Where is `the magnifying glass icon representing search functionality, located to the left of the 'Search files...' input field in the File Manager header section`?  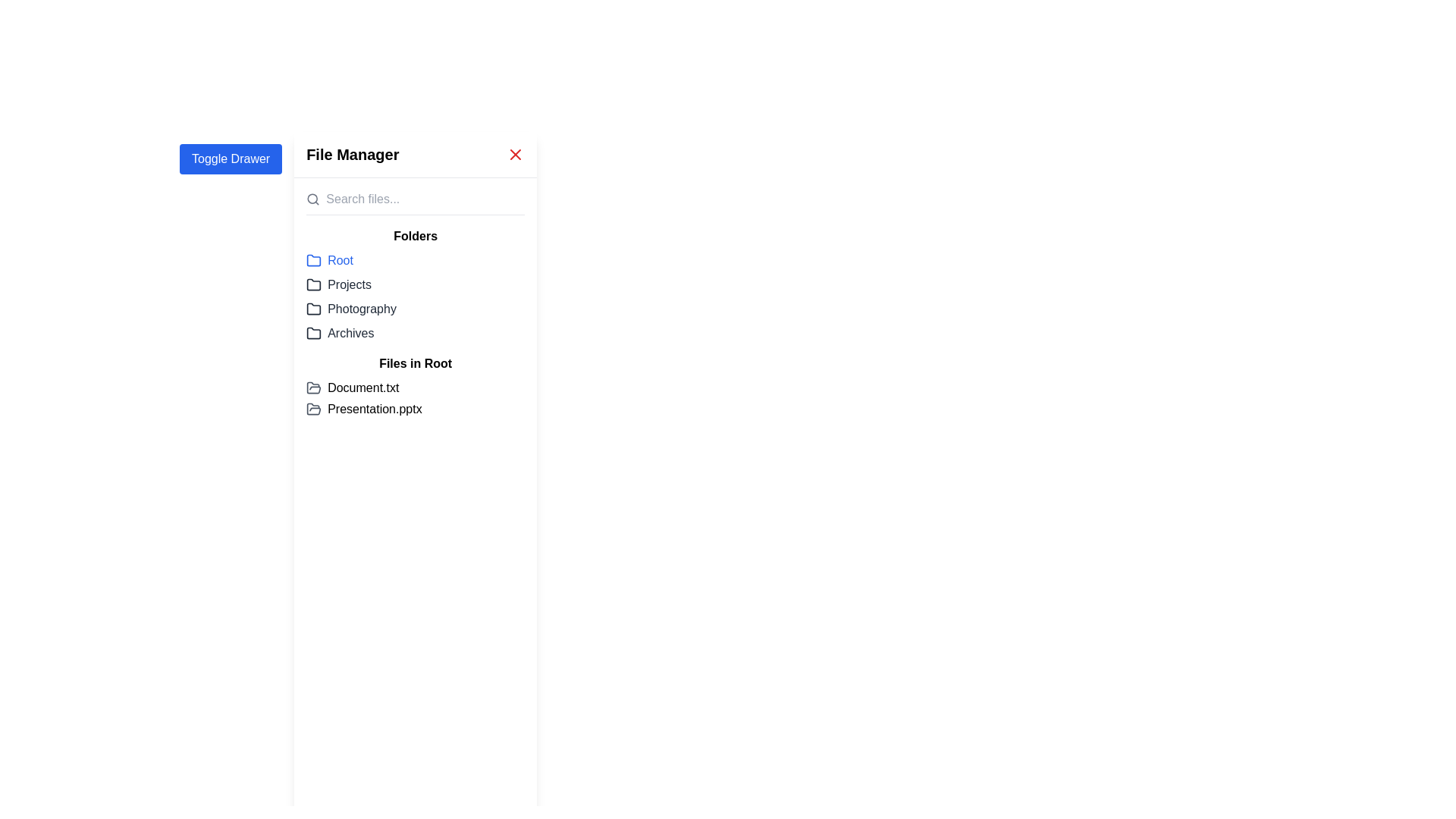 the magnifying glass icon representing search functionality, located to the left of the 'Search files...' input field in the File Manager header section is located at coordinates (312, 198).